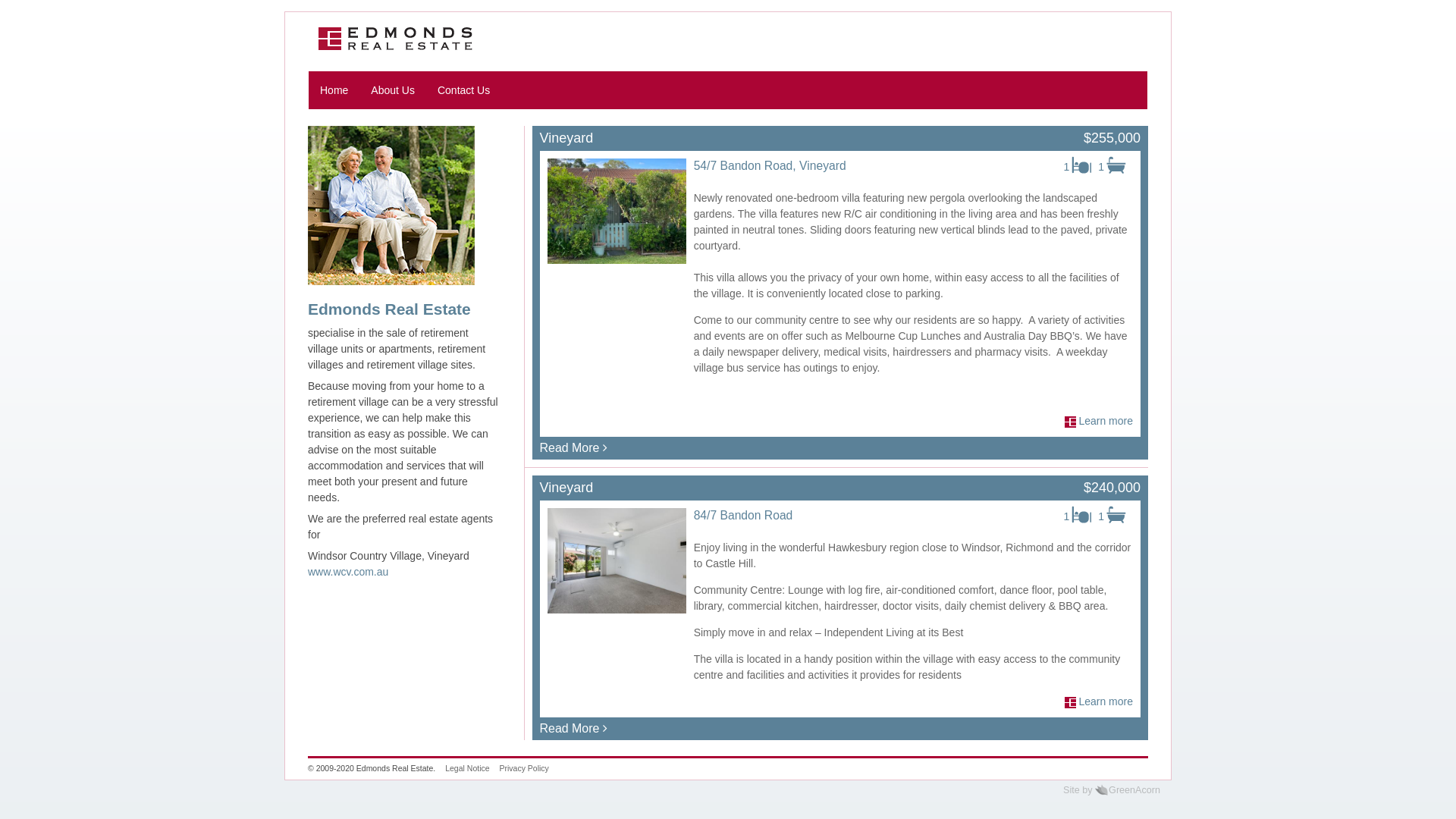  I want to click on 'About Us', so click(359, 90).